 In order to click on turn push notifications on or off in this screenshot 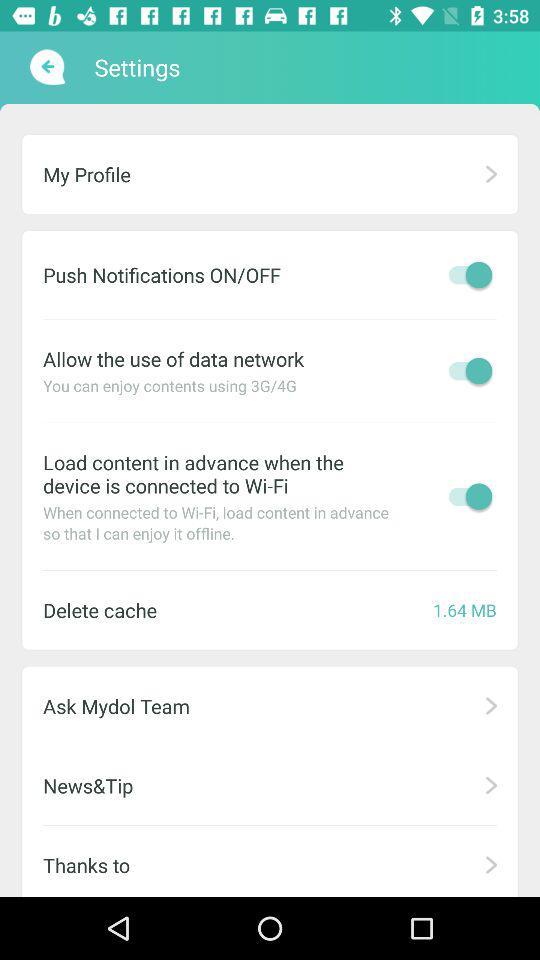, I will do `click(465, 274)`.